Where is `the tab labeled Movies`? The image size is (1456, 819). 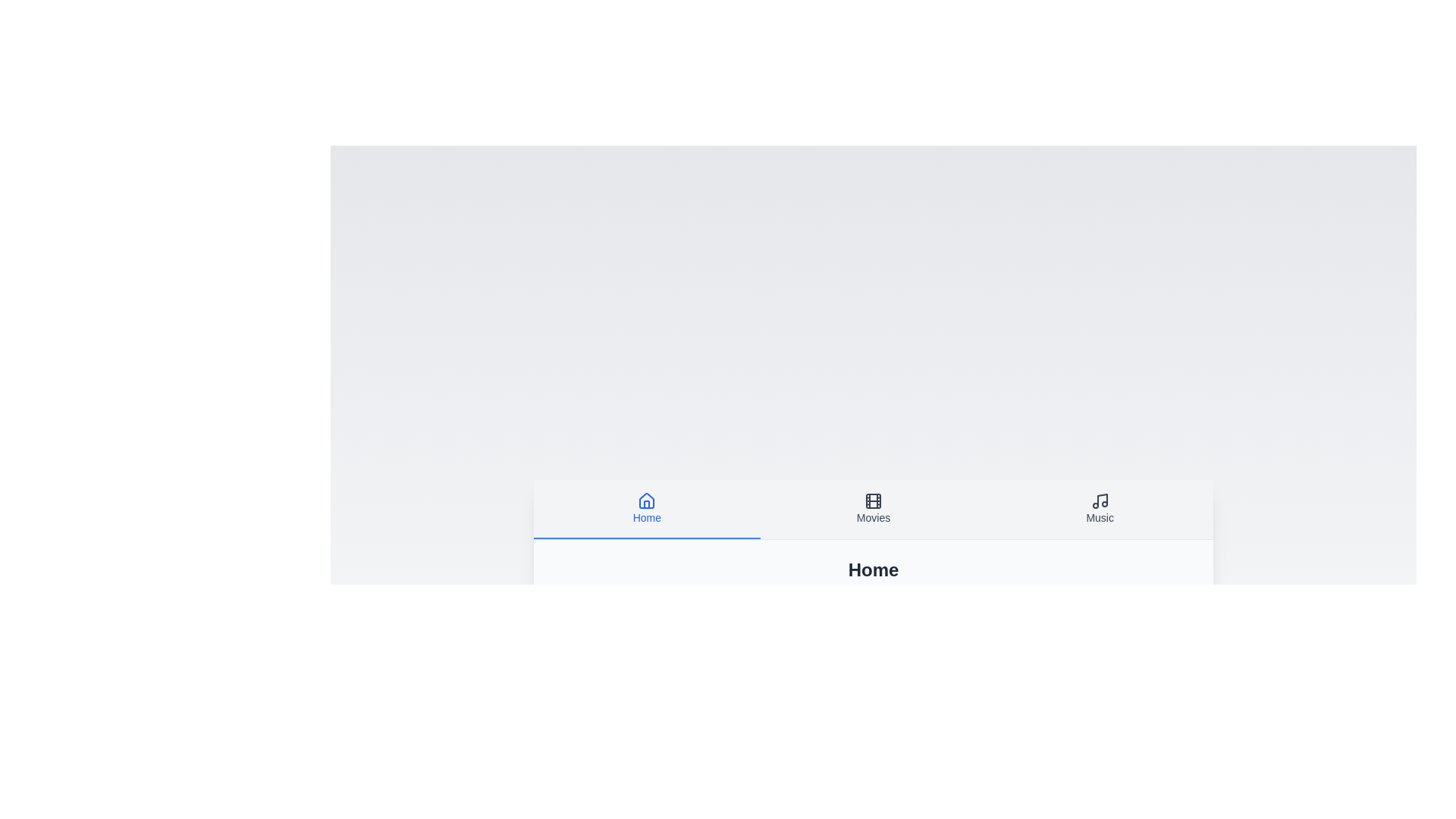
the tab labeled Movies is located at coordinates (874, 509).